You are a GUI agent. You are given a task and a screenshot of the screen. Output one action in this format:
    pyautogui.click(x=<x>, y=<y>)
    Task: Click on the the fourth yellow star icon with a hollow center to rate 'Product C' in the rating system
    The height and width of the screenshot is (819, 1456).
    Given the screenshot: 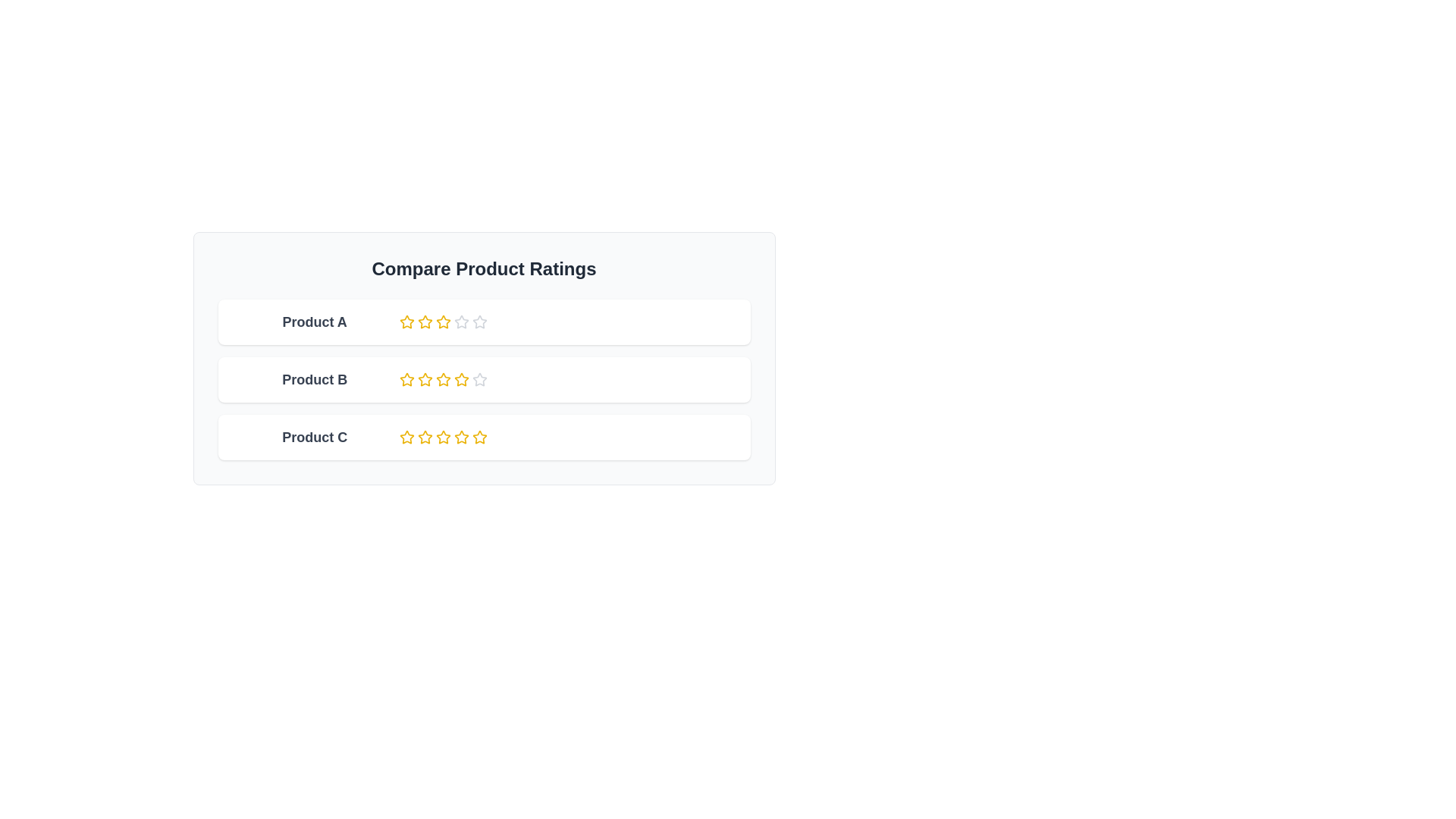 What is the action you would take?
    pyautogui.click(x=460, y=437)
    